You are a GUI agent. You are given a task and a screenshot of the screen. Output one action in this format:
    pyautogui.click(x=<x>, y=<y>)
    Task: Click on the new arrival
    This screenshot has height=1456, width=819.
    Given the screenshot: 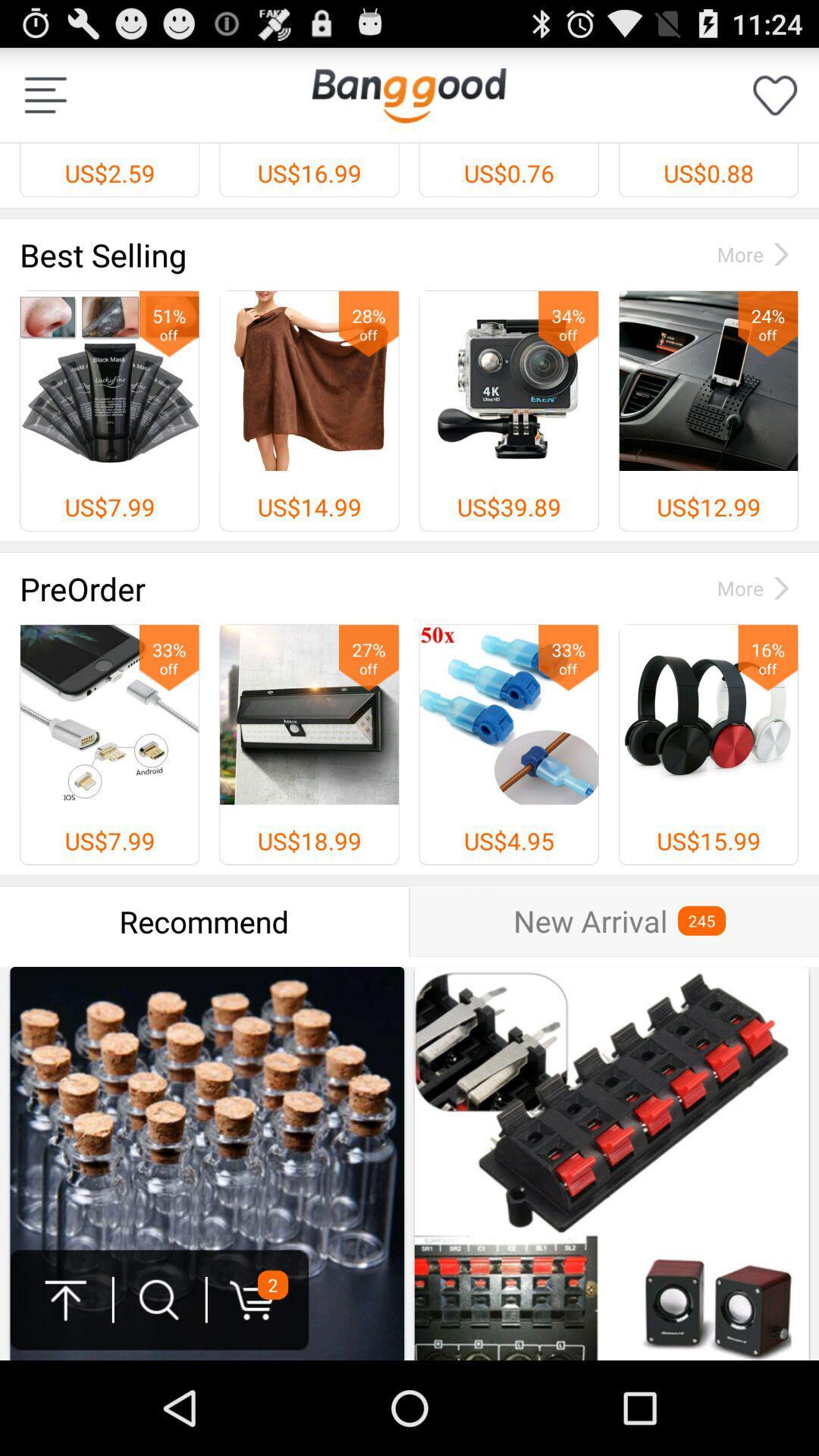 What is the action you would take?
    pyautogui.click(x=589, y=920)
    